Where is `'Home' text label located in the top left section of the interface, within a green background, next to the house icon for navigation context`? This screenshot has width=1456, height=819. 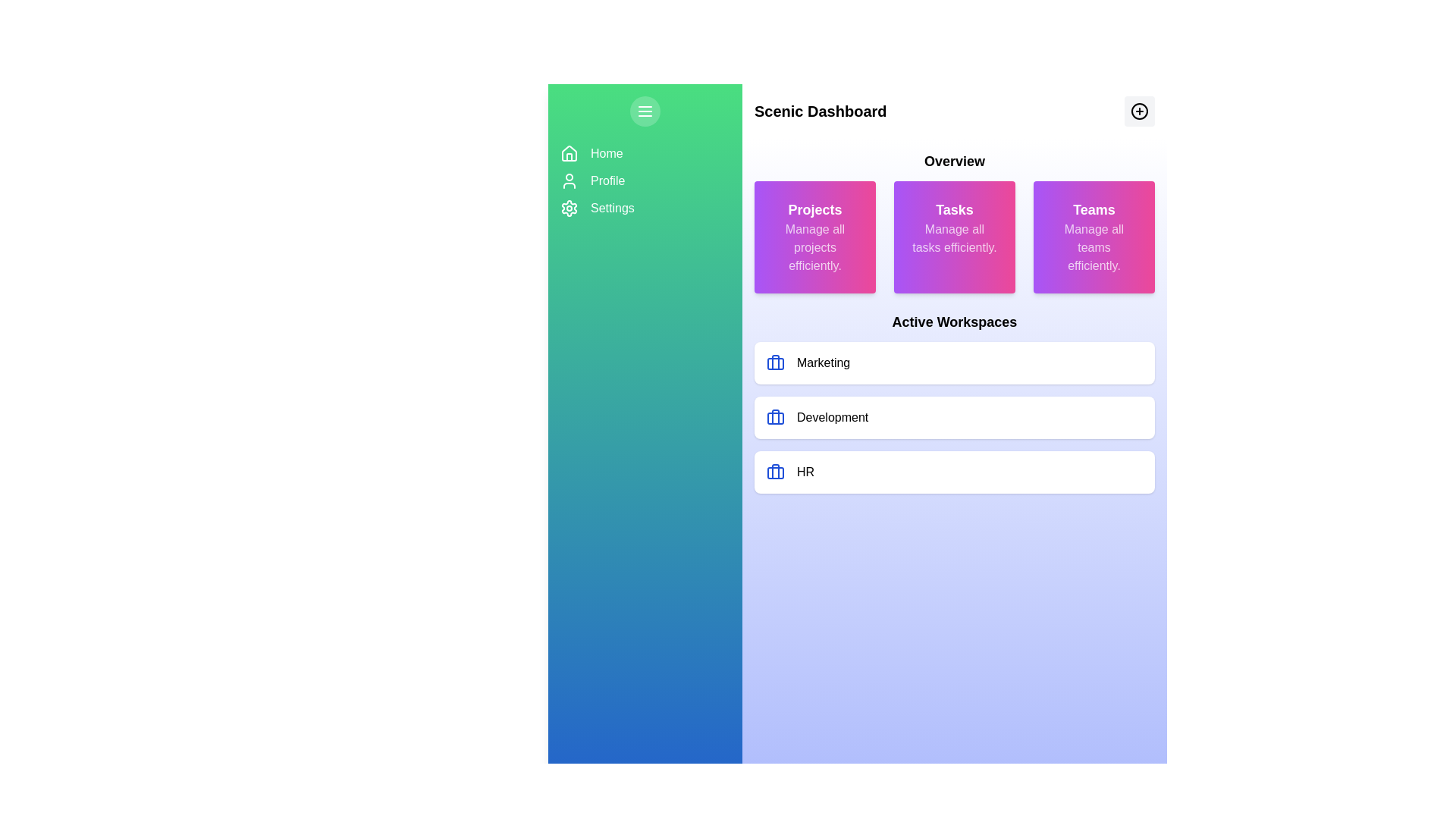
'Home' text label located in the top left section of the interface, within a green background, next to the house icon for navigation context is located at coordinates (607, 154).